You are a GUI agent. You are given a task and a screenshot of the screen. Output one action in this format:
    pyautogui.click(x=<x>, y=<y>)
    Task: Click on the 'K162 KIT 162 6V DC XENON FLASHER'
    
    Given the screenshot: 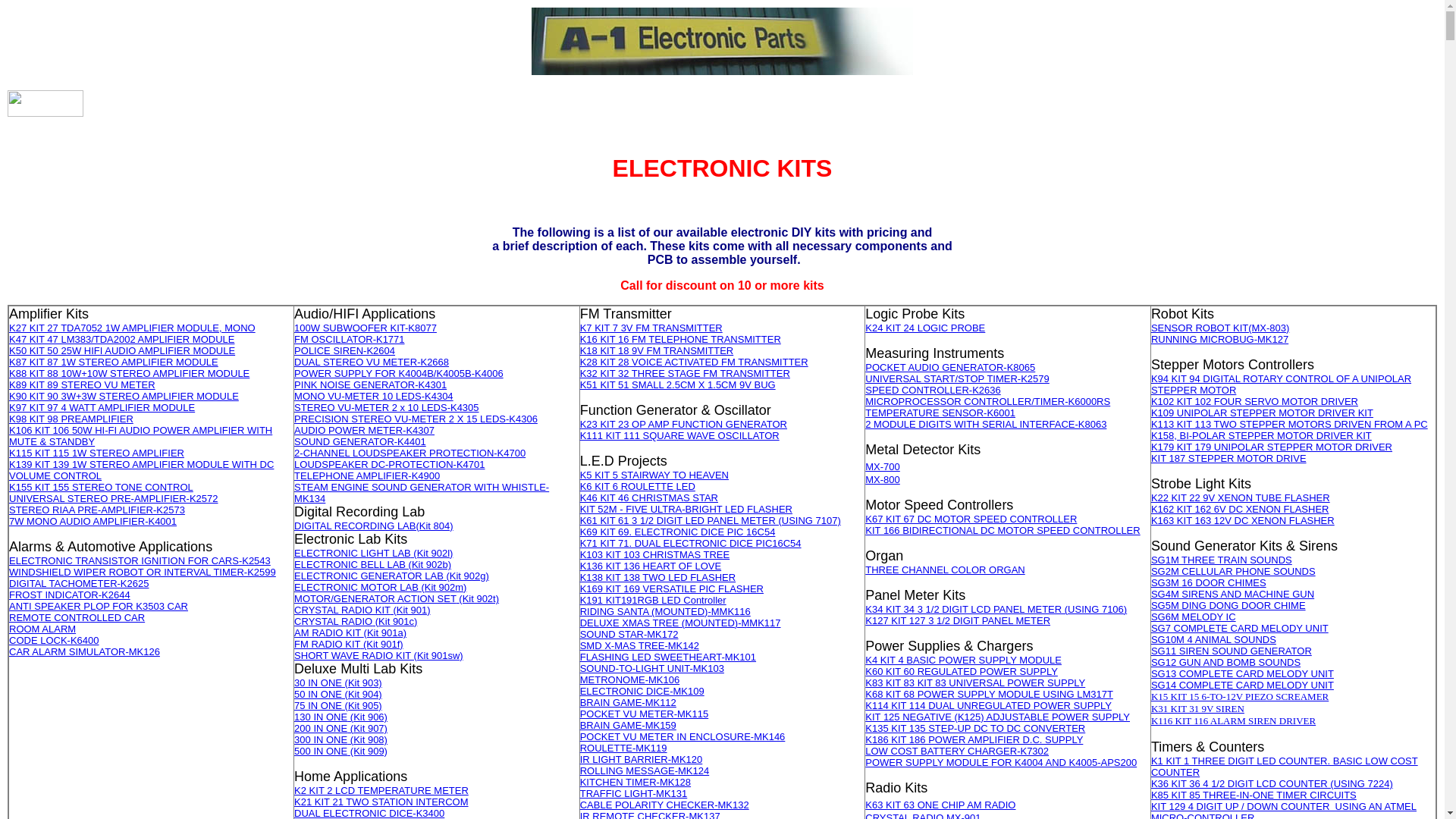 What is the action you would take?
    pyautogui.click(x=1240, y=509)
    